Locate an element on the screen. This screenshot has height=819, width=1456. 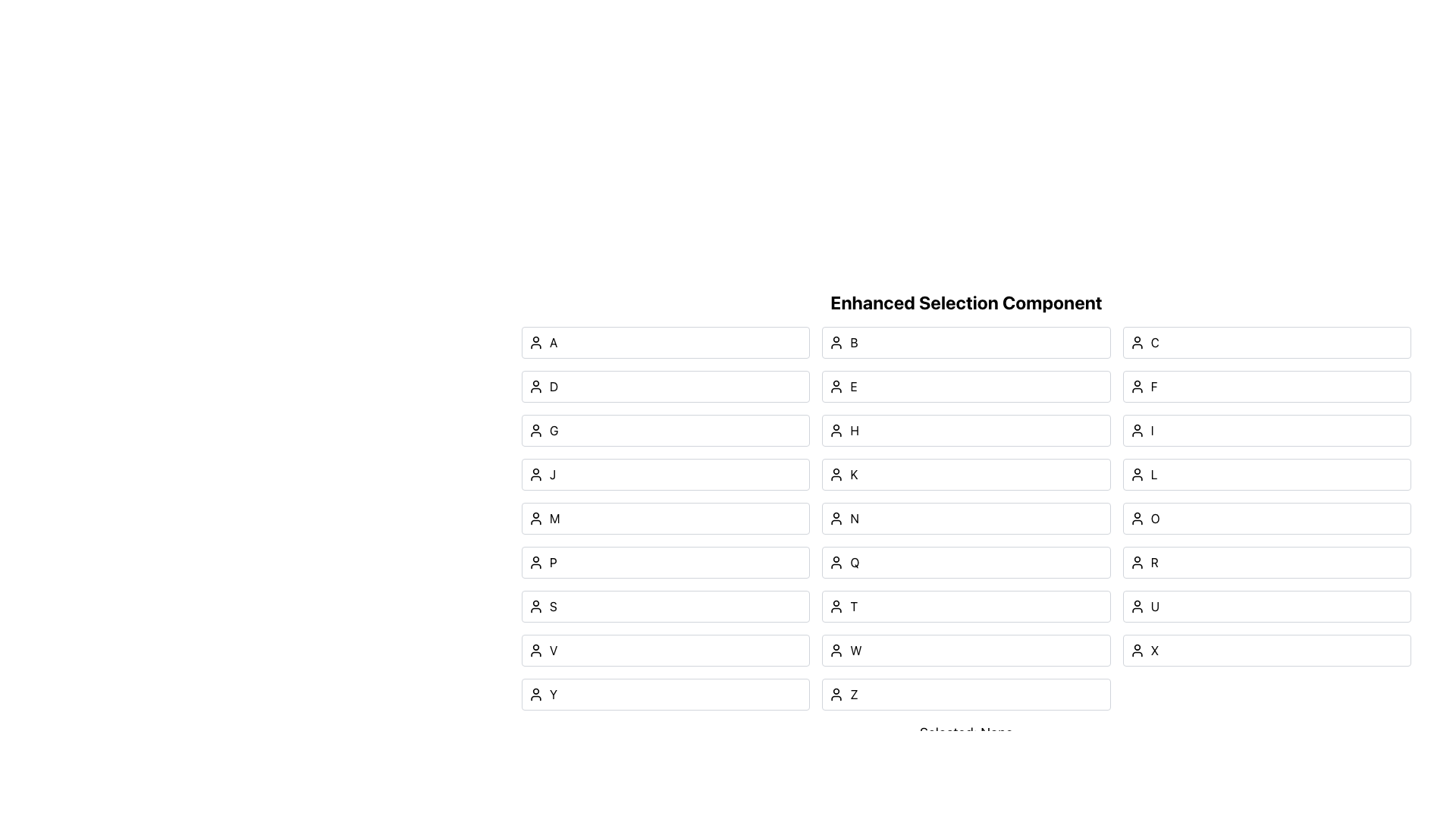
the user silhouette icon within the button labeled 'C' located in the top-right corner of the grid layout is located at coordinates (1137, 342).